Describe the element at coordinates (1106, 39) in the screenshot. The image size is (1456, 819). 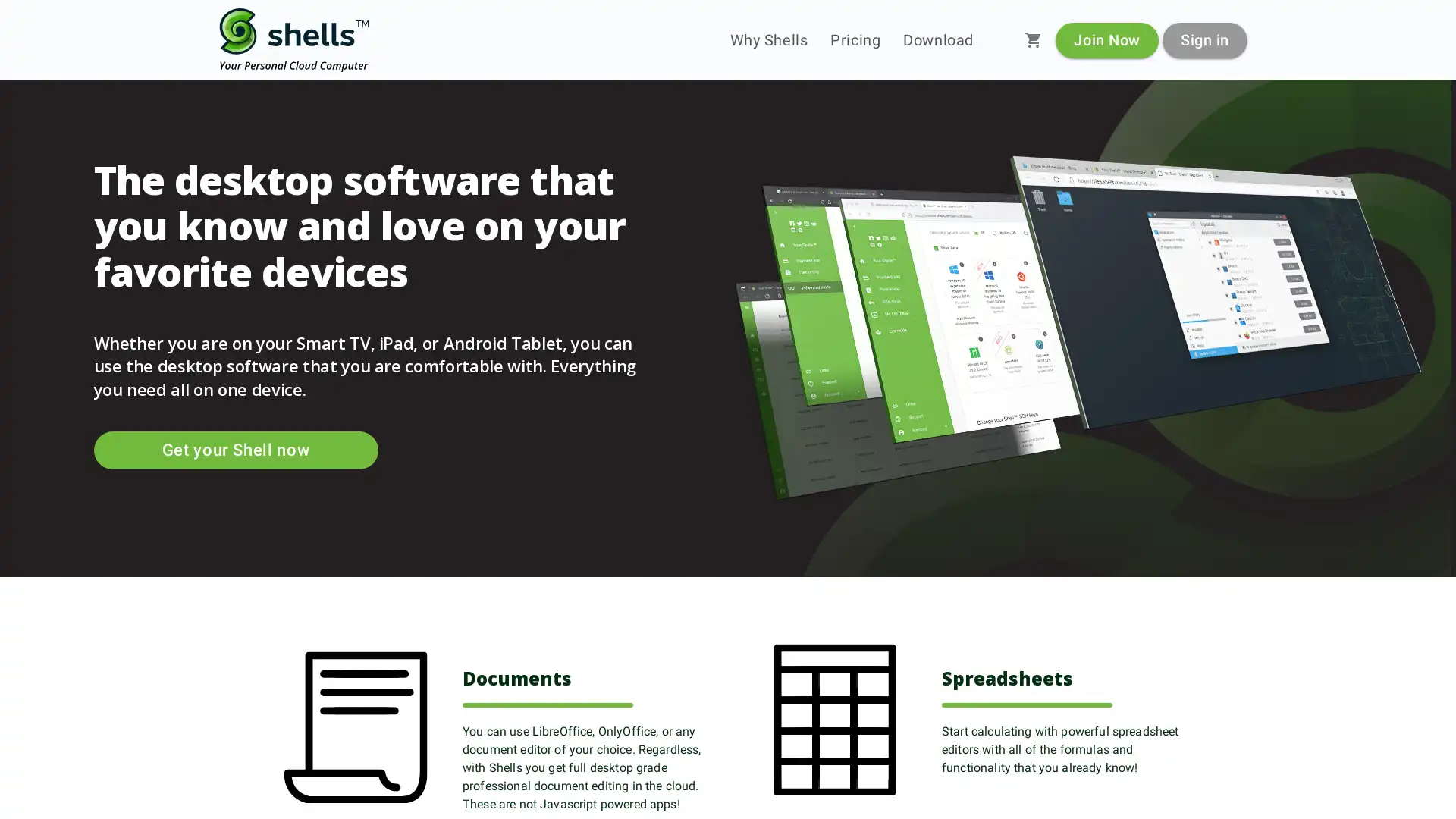
I see `Join Now` at that location.